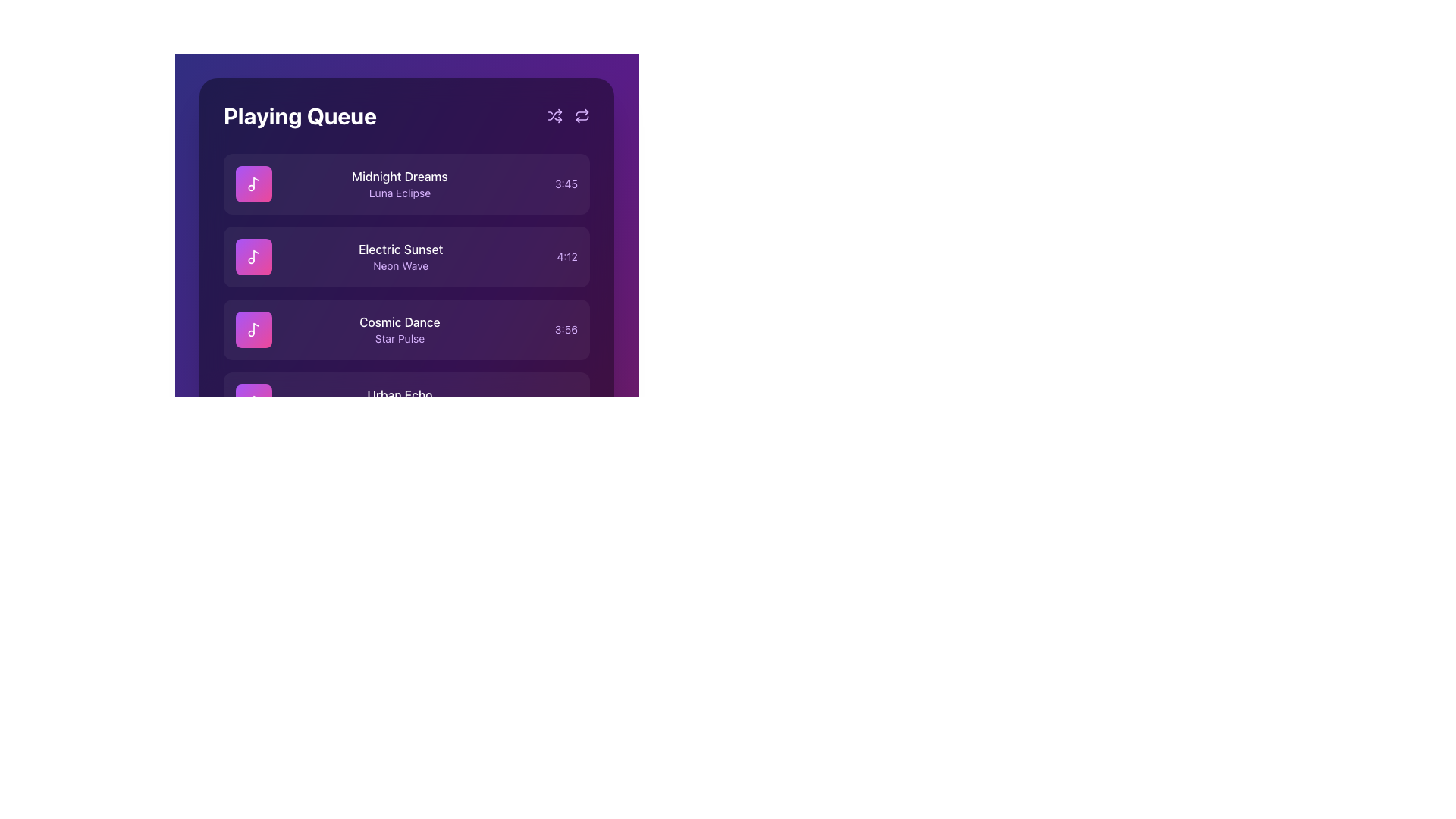 This screenshot has width=1456, height=819. I want to click on the Text Display element that shows 'Urban Echo' in a larger white font and 'City Lights' in a smaller purple font, located as the fourth entry in the list of song entries, so click(400, 402).